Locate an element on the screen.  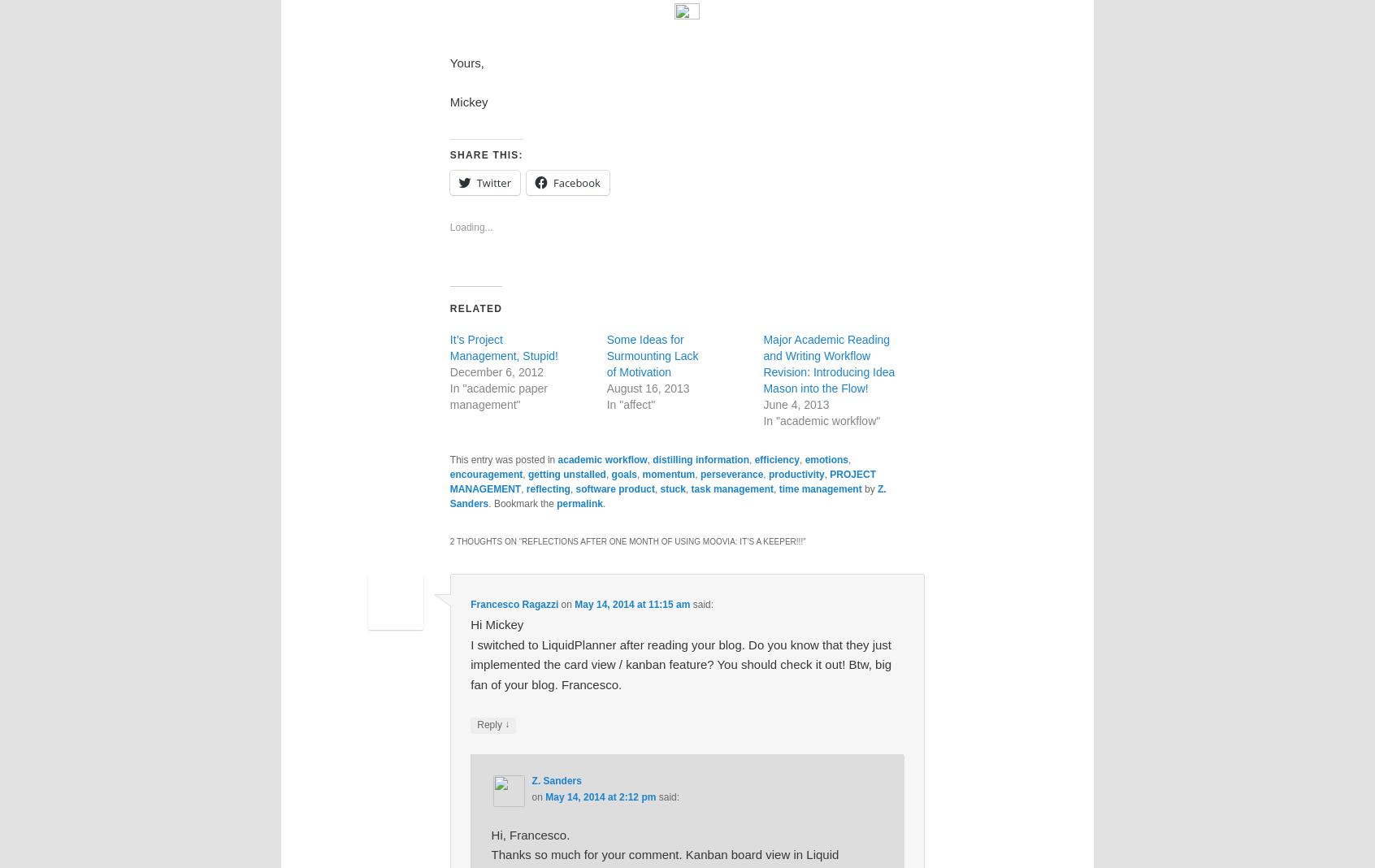
'distilling information' is located at coordinates (700, 459).